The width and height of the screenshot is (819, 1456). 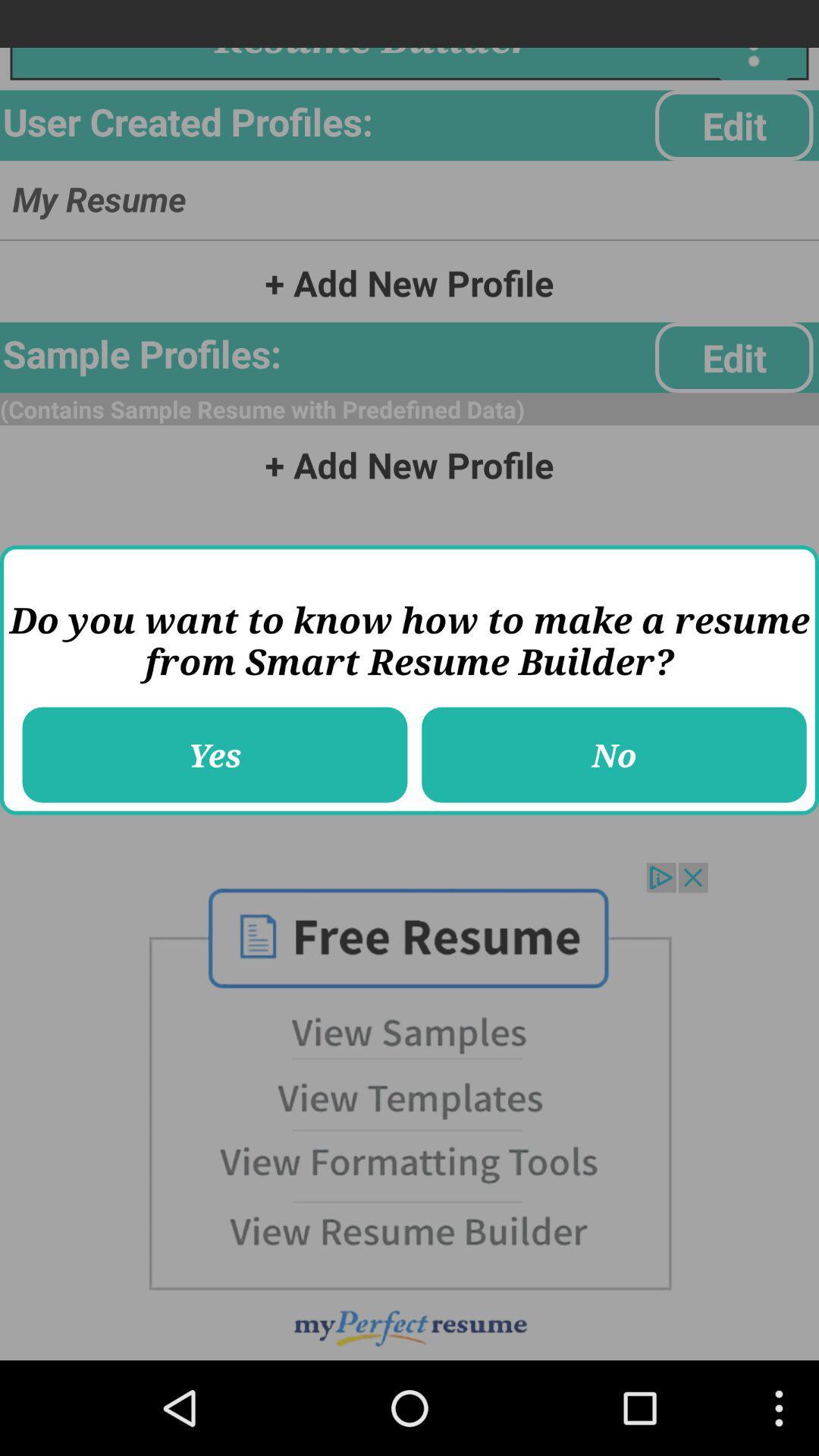 What do you see at coordinates (614, 755) in the screenshot?
I see `no icon` at bounding box center [614, 755].